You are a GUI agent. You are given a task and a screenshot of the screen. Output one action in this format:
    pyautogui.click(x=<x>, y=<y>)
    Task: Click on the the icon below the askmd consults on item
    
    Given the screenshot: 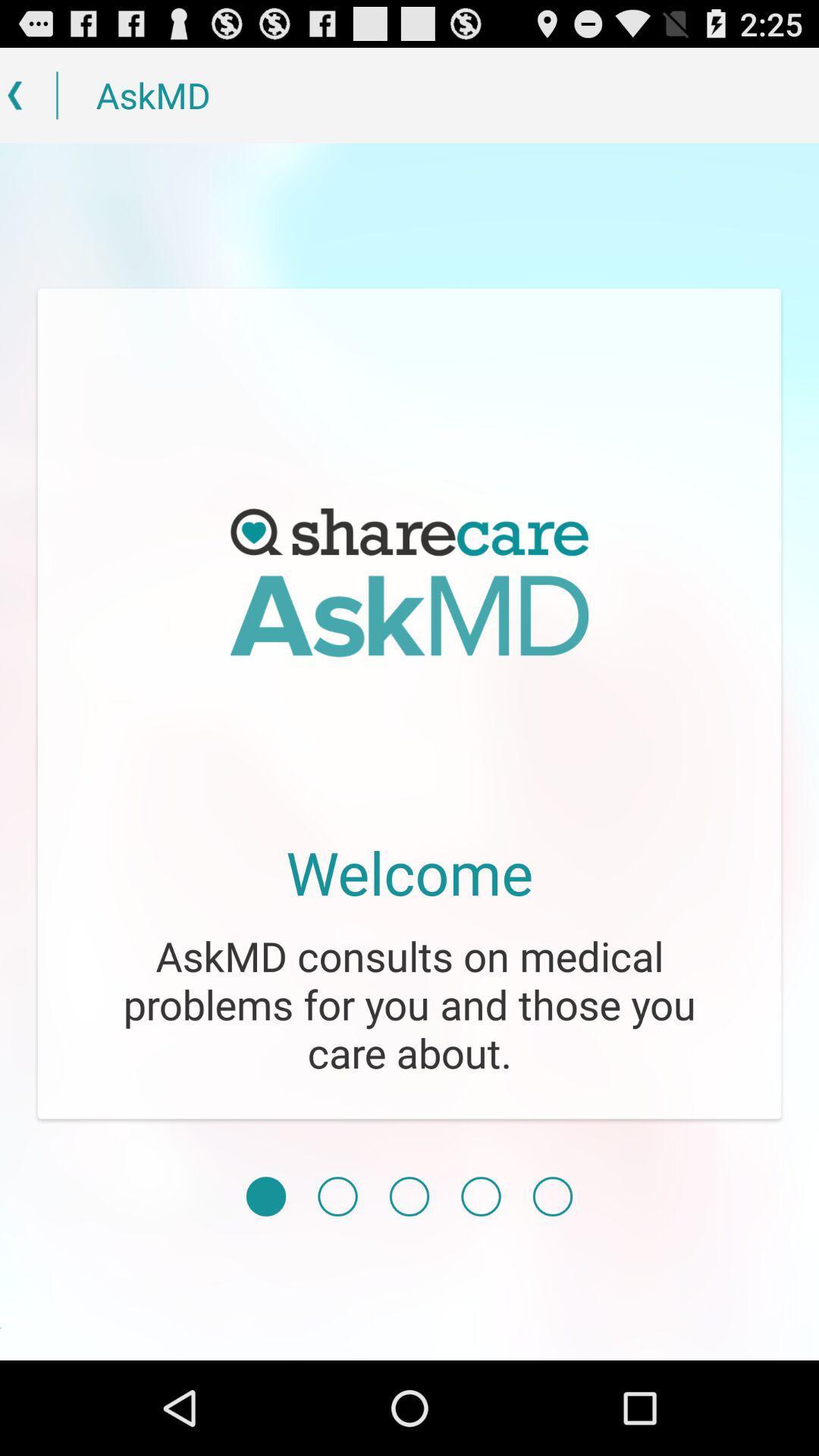 What is the action you would take?
    pyautogui.click(x=409, y=1196)
    